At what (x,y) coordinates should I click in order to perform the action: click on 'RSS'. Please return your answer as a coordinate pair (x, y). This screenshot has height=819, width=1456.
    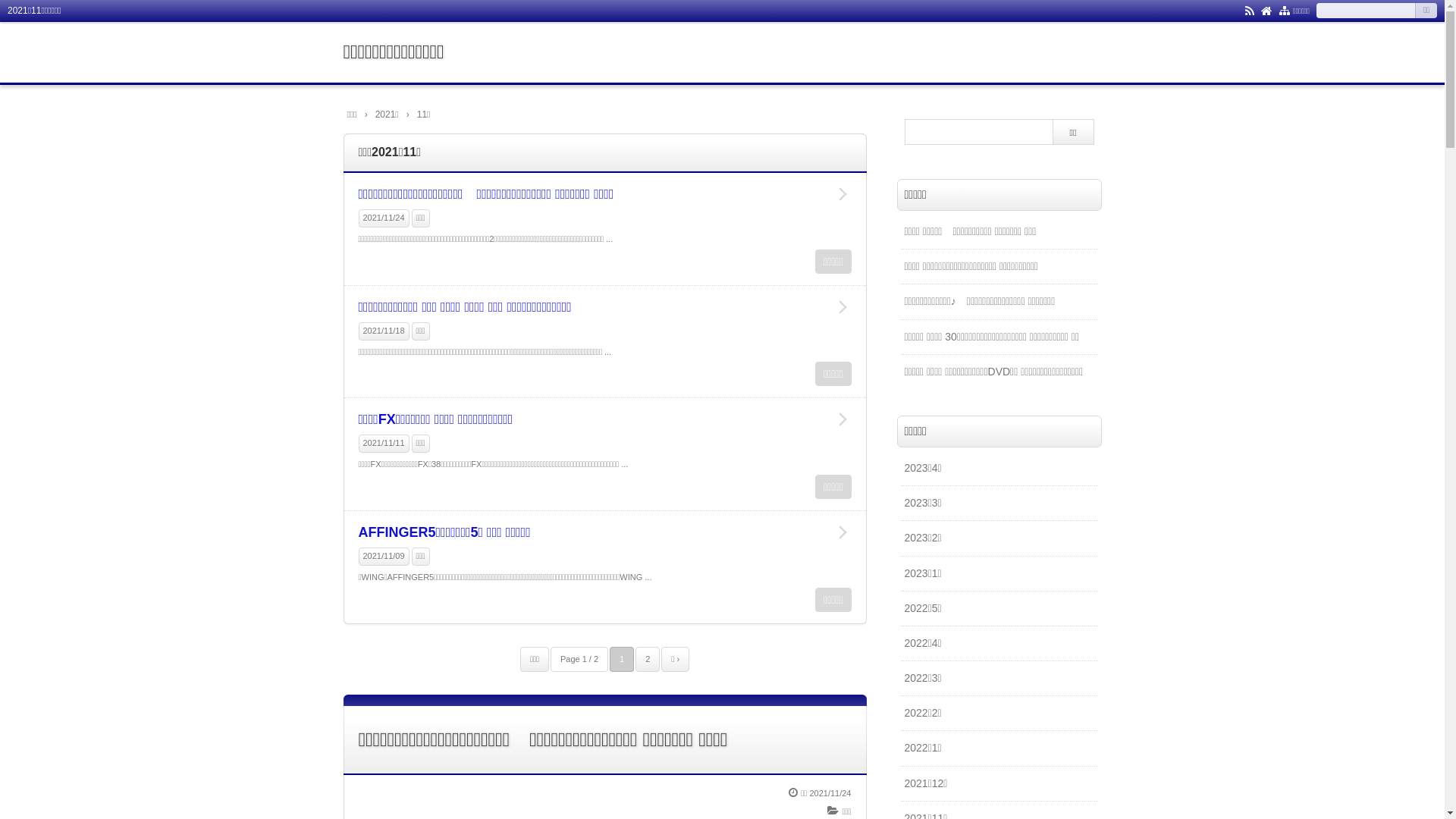
    Looking at the image, I should click on (1249, 9).